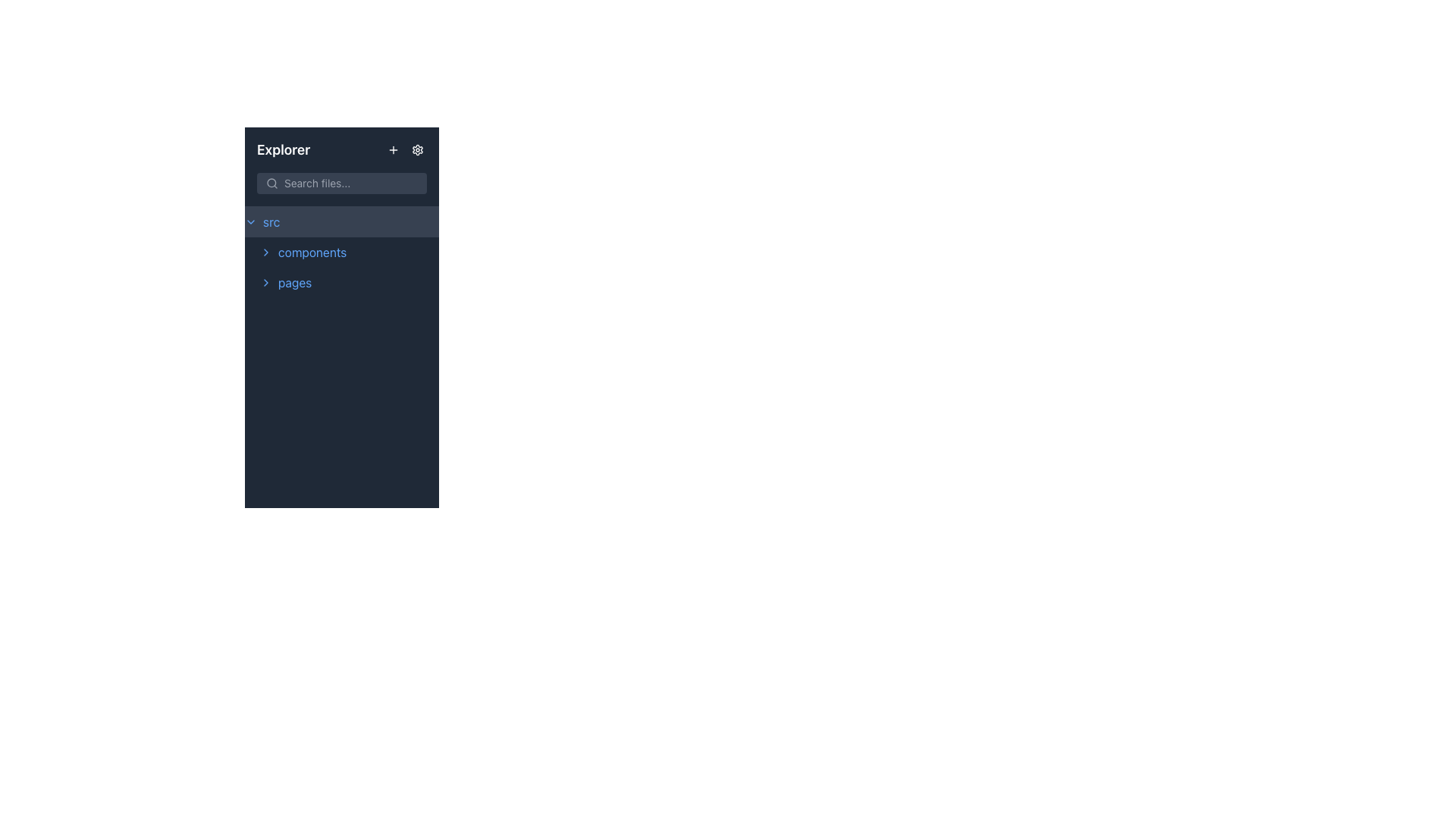  What do you see at coordinates (393, 149) in the screenshot?
I see `the first button in the horizontal row of buttons in the 'Explorer' menu panel, which contains a plus sign SVG icon` at bounding box center [393, 149].